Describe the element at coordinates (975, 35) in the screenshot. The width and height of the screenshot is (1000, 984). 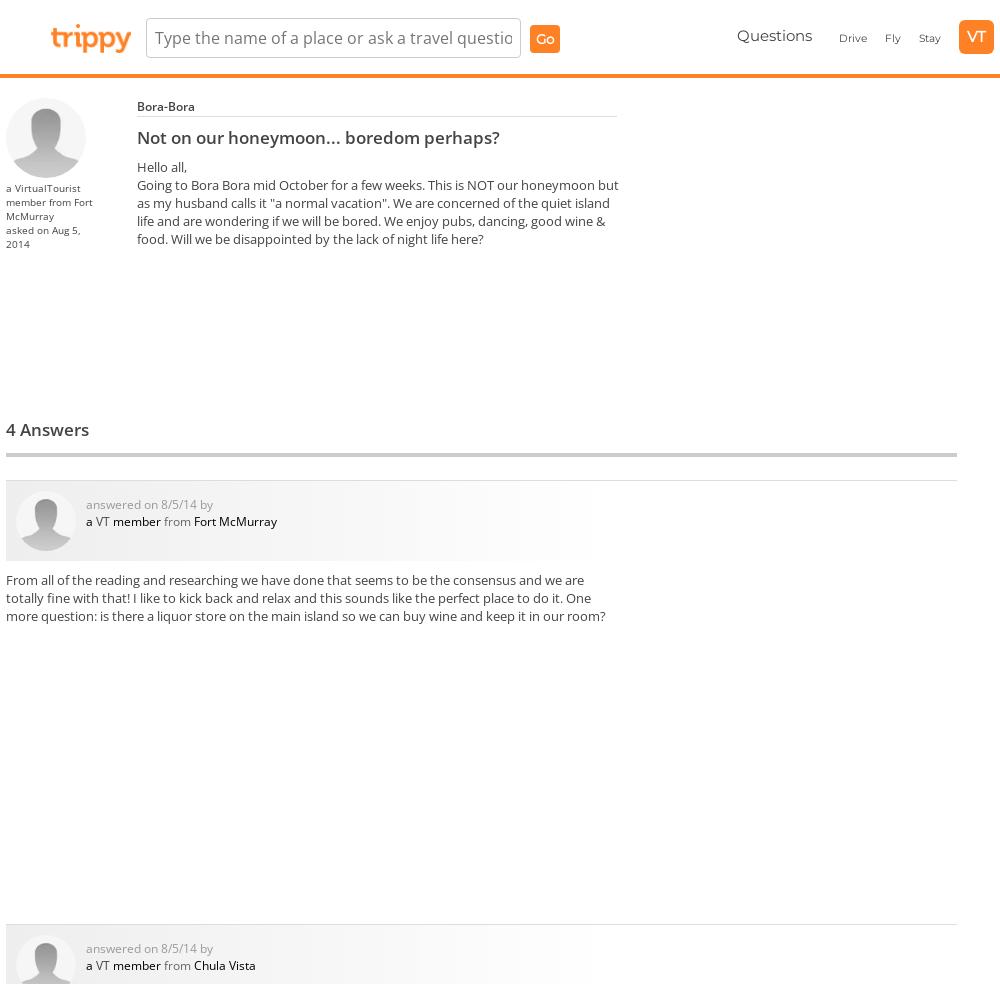
I see `'VT'` at that location.